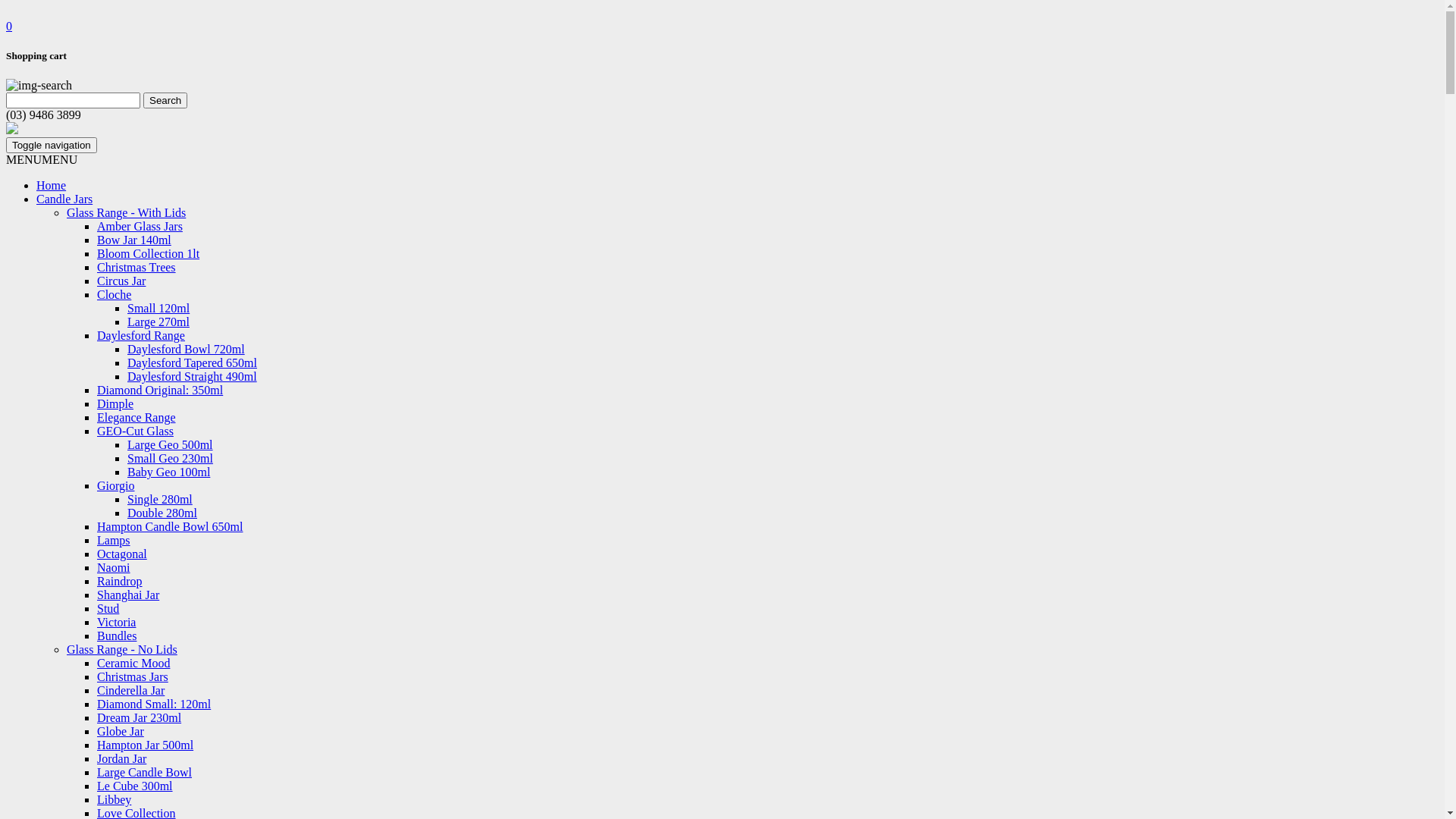  Describe the element at coordinates (140, 226) in the screenshot. I see `'Amber Glass Jars'` at that location.